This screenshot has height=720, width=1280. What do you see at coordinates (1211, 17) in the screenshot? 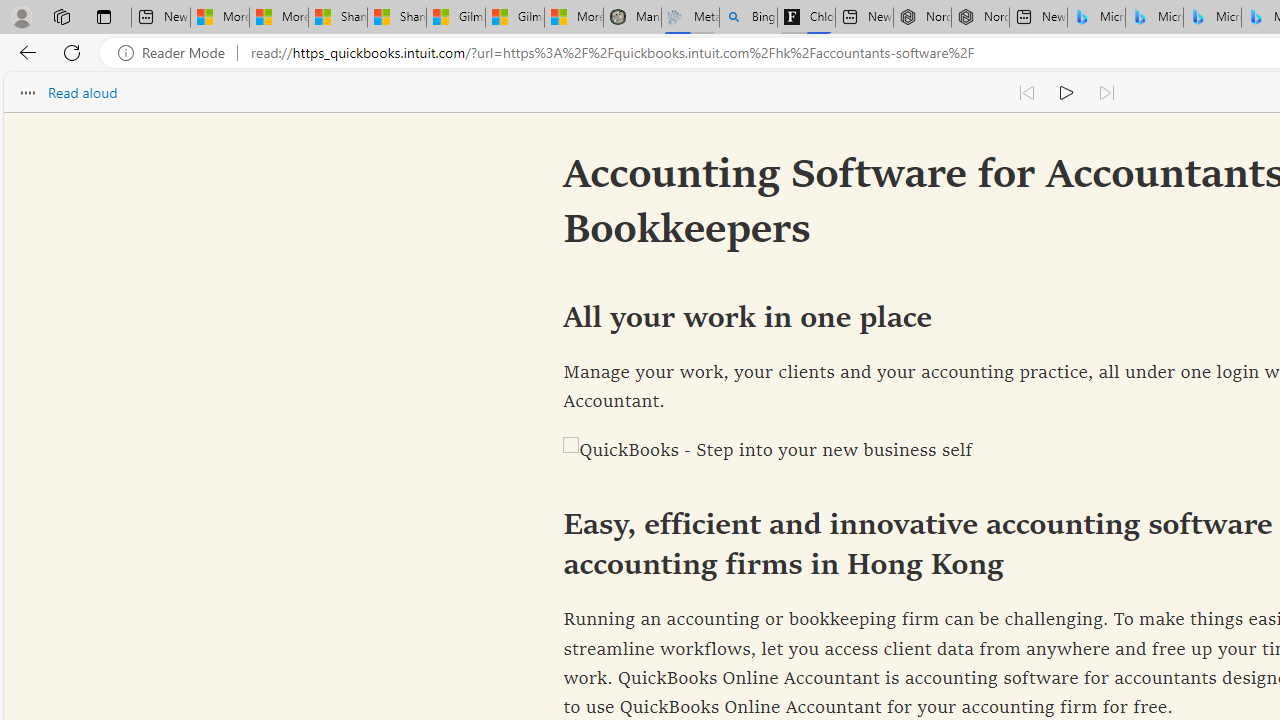
I see `'Microsoft Bing Travel - Shangri-La Hotel Bangkok'` at bounding box center [1211, 17].